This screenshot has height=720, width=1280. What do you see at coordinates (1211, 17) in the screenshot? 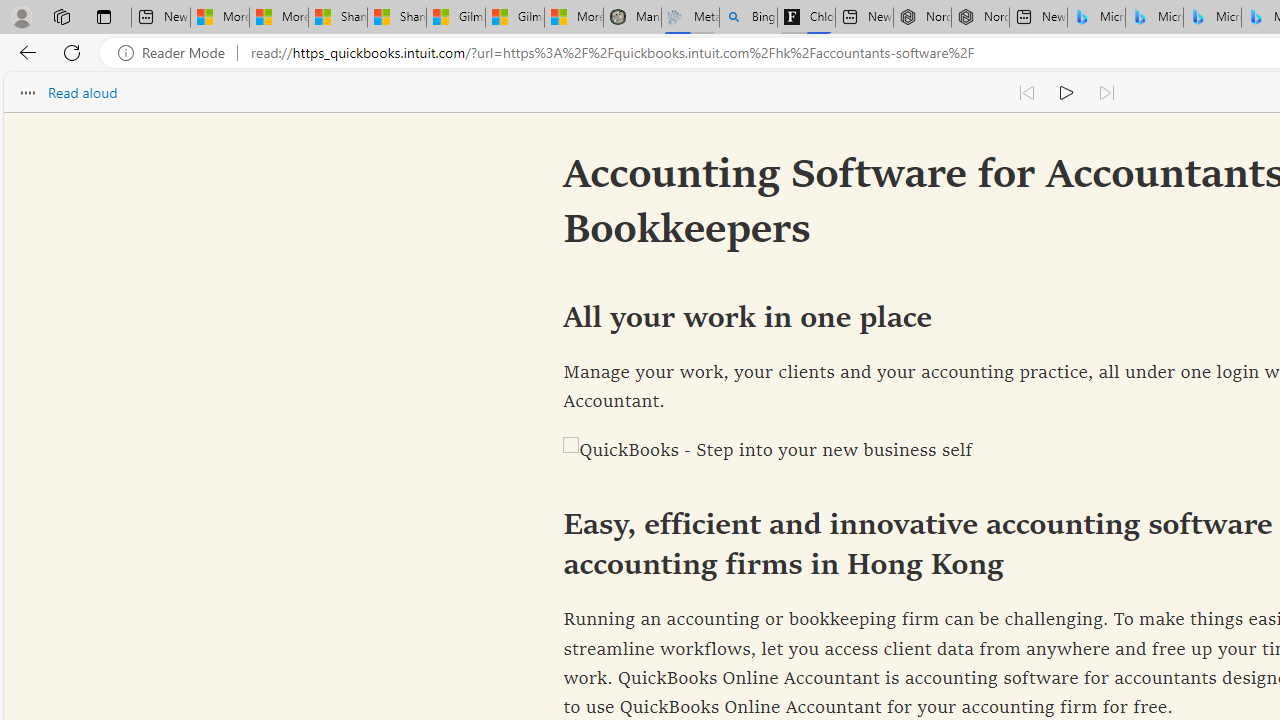
I see `'Microsoft Bing Travel - Shangri-La Hotel Bangkok'` at bounding box center [1211, 17].